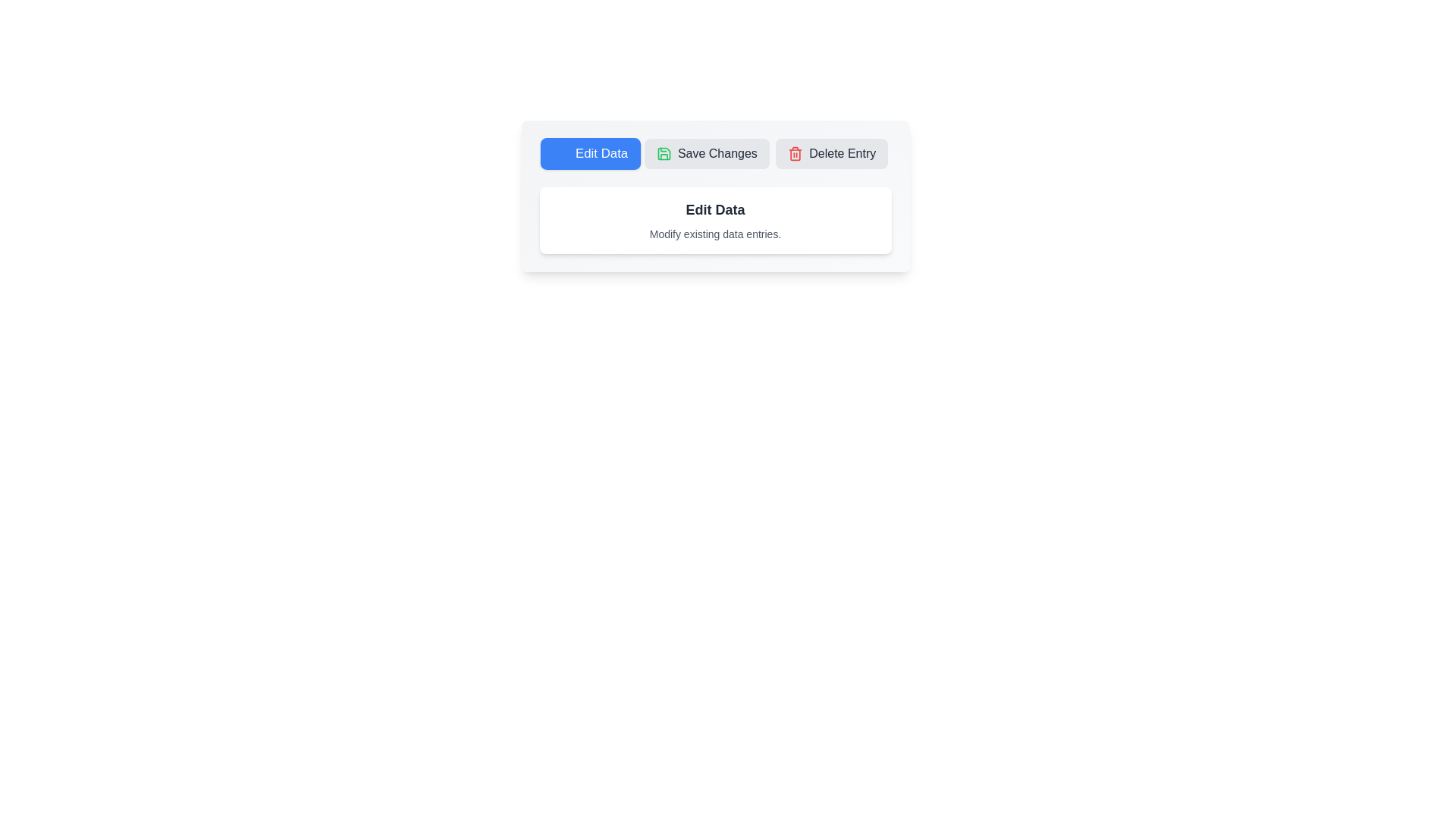  What do you see at coordinates (706, 154) in the screenshot?
I see `the 'Save Changes' tab` at bounding box center [706, 154].